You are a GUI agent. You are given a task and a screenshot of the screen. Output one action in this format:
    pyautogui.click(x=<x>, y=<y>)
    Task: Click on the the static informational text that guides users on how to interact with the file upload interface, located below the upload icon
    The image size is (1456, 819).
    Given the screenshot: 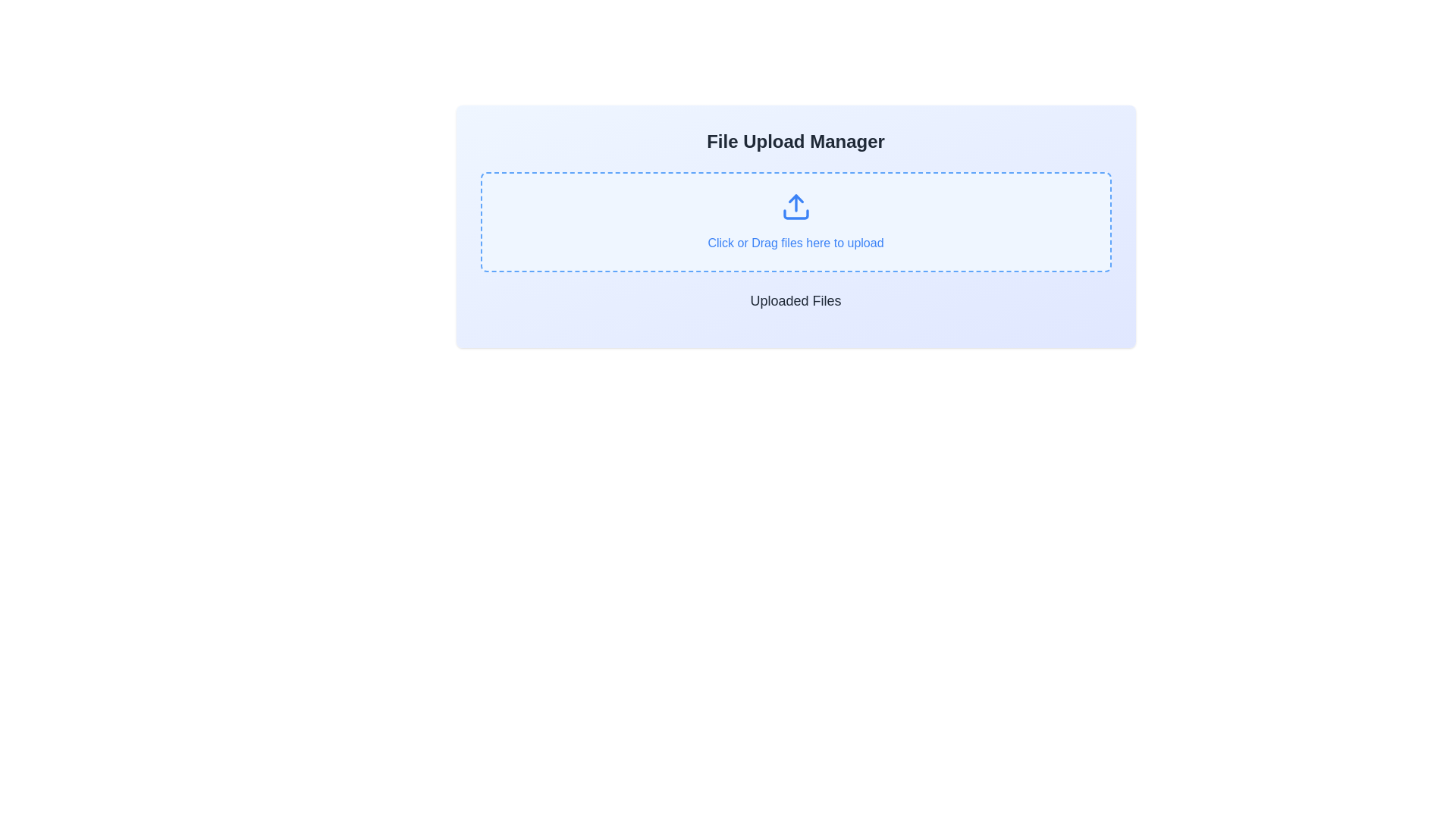 What is the action you would take?
    pyautogui.click(x=795, y=242)
    